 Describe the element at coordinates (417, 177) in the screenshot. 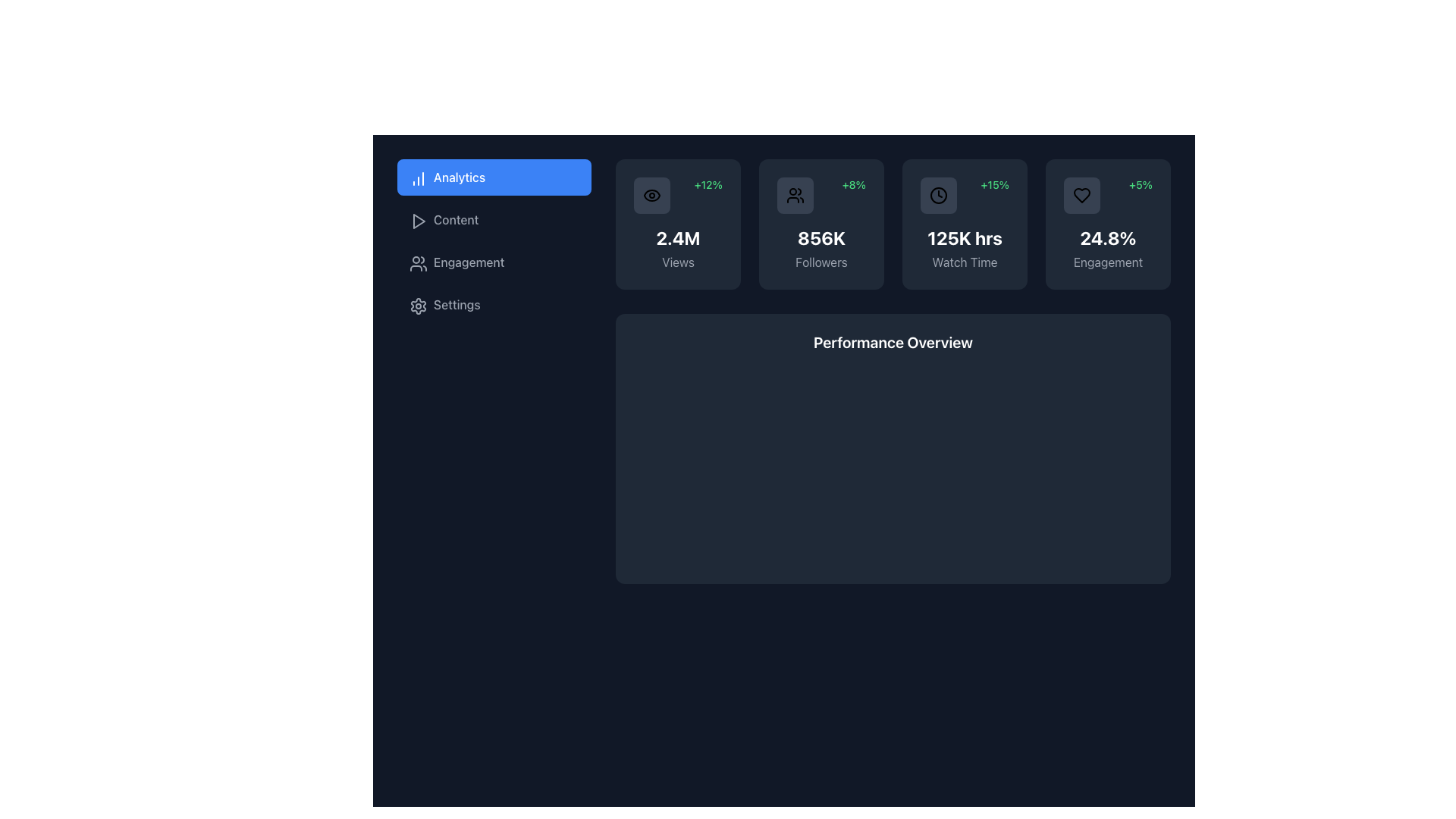

I see `the 'Analytics' icon in the left-hand navigation menu, which is part of an active blue rectangular button` at that location.